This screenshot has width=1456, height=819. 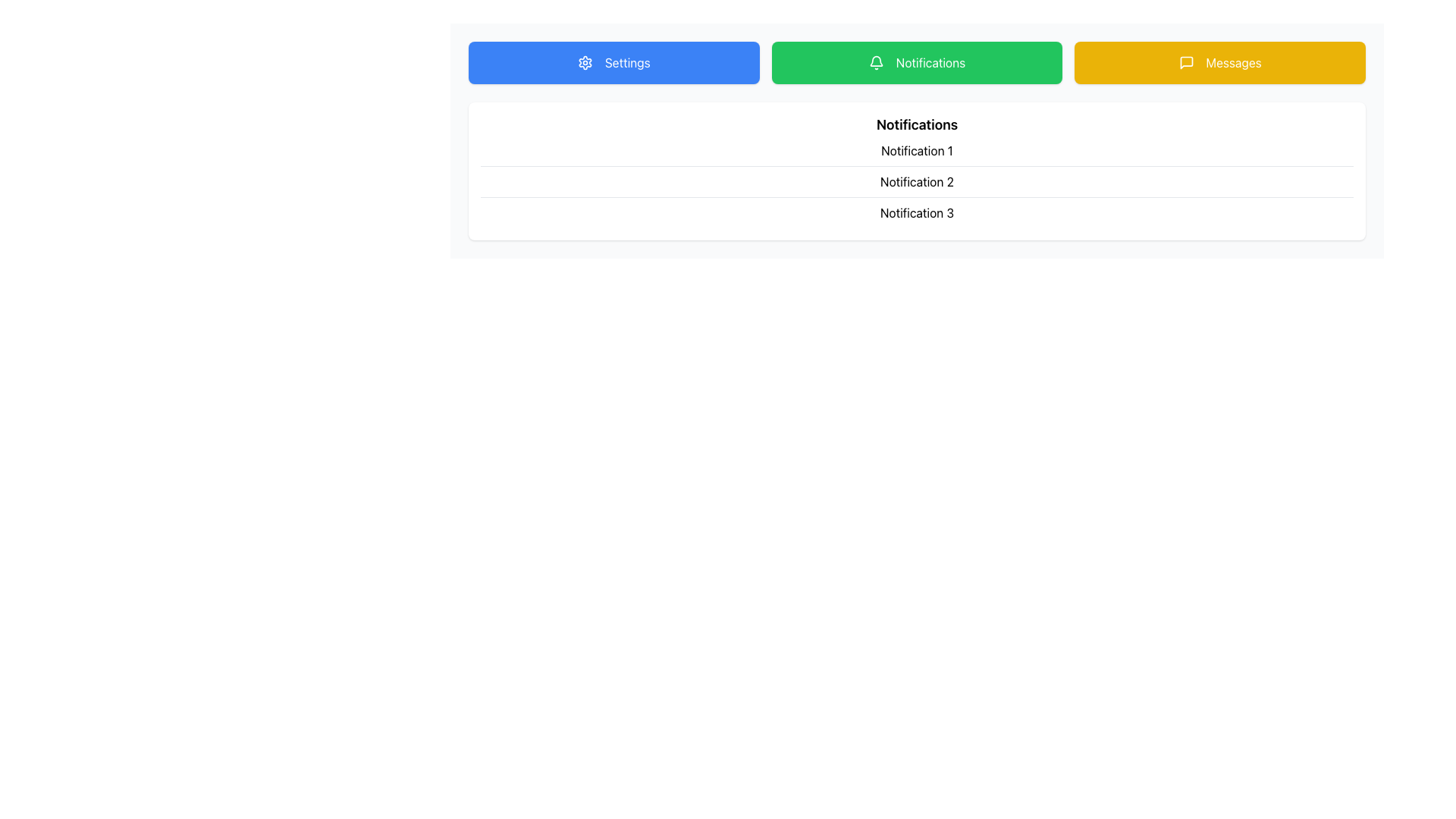 What do you see at coordinates (916, 181) in the screenshot?
I see `the Text Label displaying 'Notification 2', which is the second item in a list of notifications under the 'Notifications' header` at bounding box center [916, 181].